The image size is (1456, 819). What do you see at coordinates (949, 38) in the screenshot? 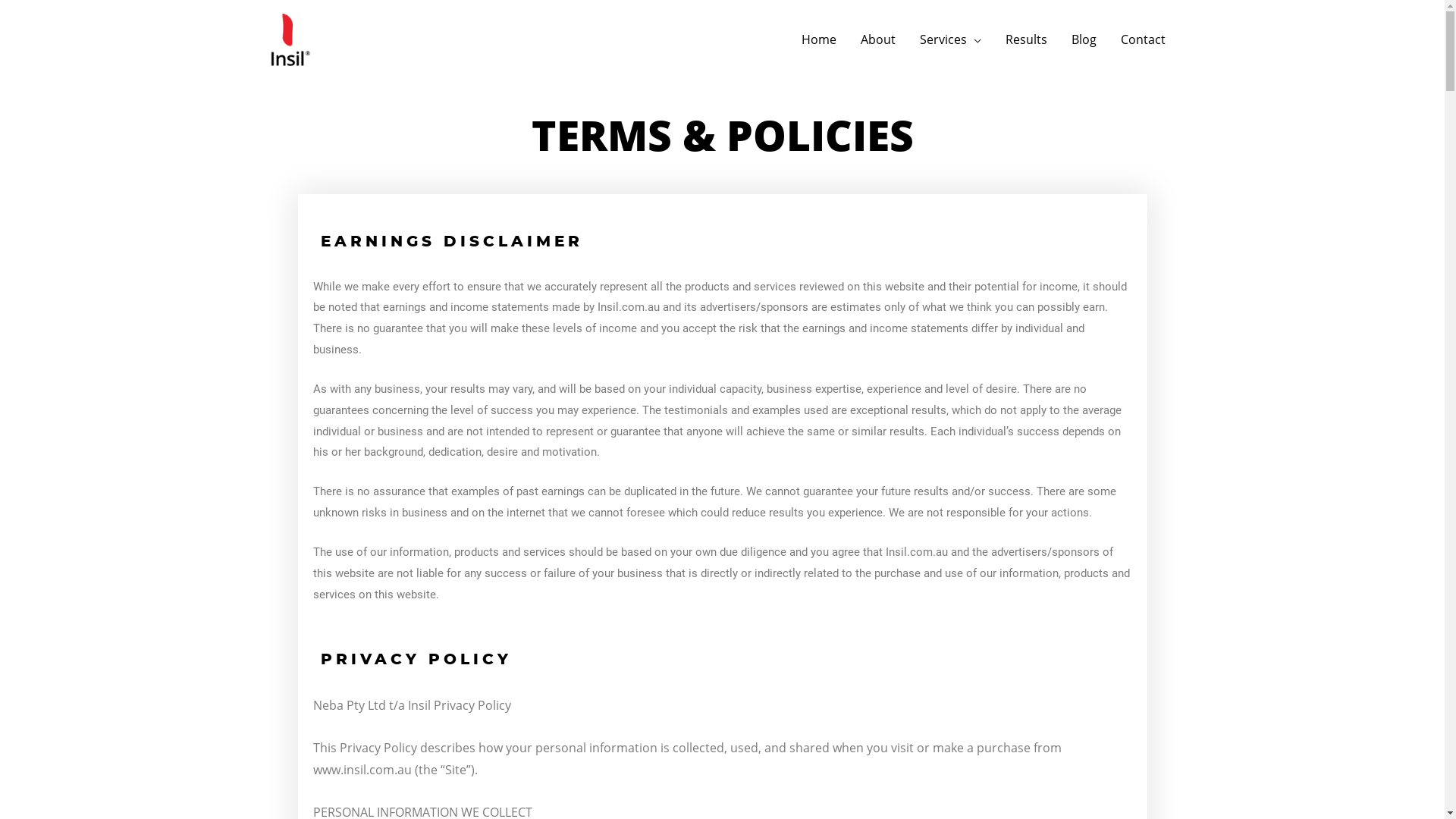
I see `'Services'` at bounding box center [949, 38].